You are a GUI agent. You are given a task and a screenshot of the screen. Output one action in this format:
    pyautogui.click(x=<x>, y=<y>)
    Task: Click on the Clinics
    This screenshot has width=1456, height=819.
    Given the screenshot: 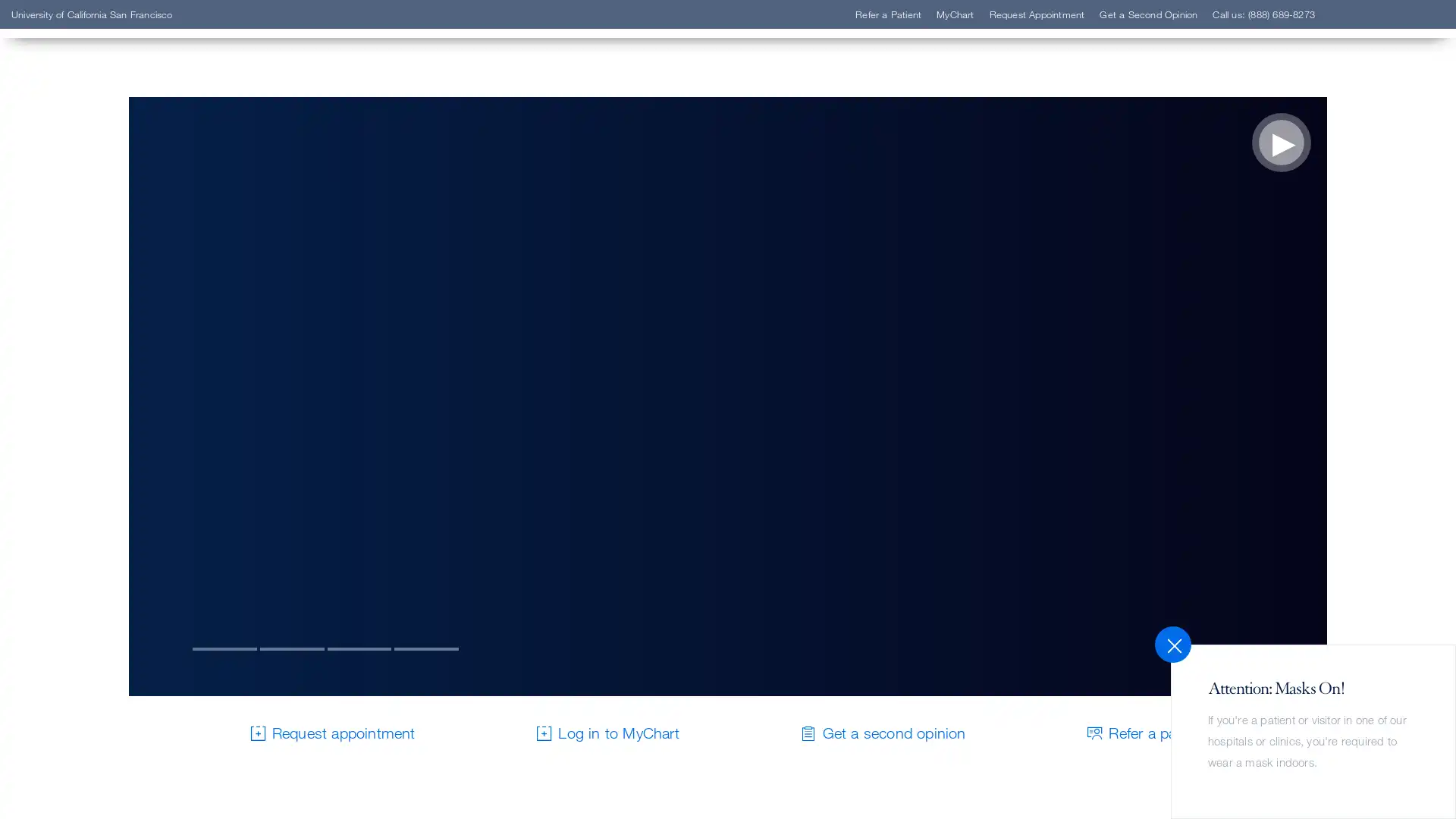 What is the action you would take?
    pyautogui.click(x=82, y=268)
    